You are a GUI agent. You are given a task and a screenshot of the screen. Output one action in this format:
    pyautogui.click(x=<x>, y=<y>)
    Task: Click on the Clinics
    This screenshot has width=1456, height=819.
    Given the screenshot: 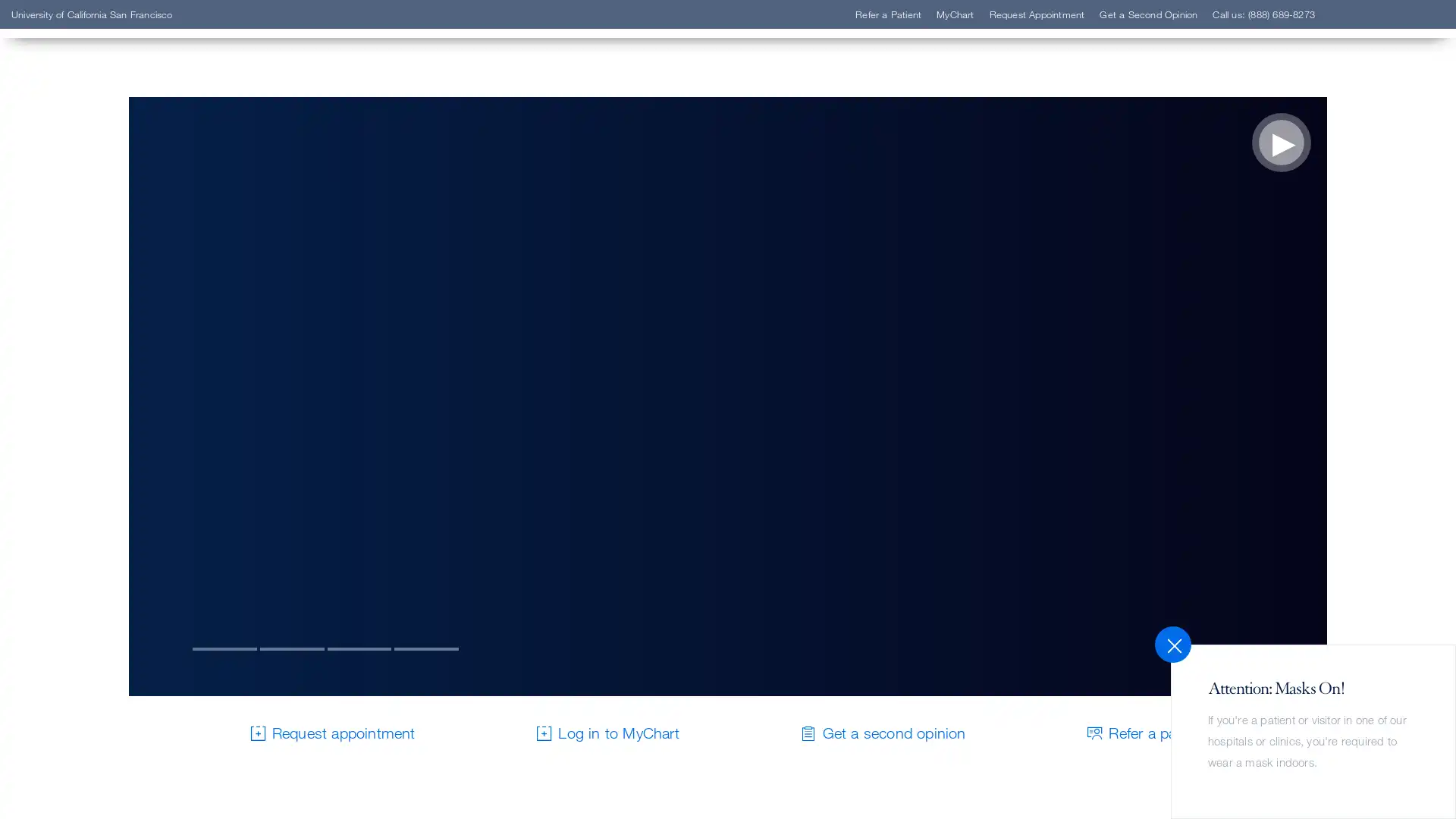 What is the action you would take?
    pyautogui.click(x=82, y=268)
    